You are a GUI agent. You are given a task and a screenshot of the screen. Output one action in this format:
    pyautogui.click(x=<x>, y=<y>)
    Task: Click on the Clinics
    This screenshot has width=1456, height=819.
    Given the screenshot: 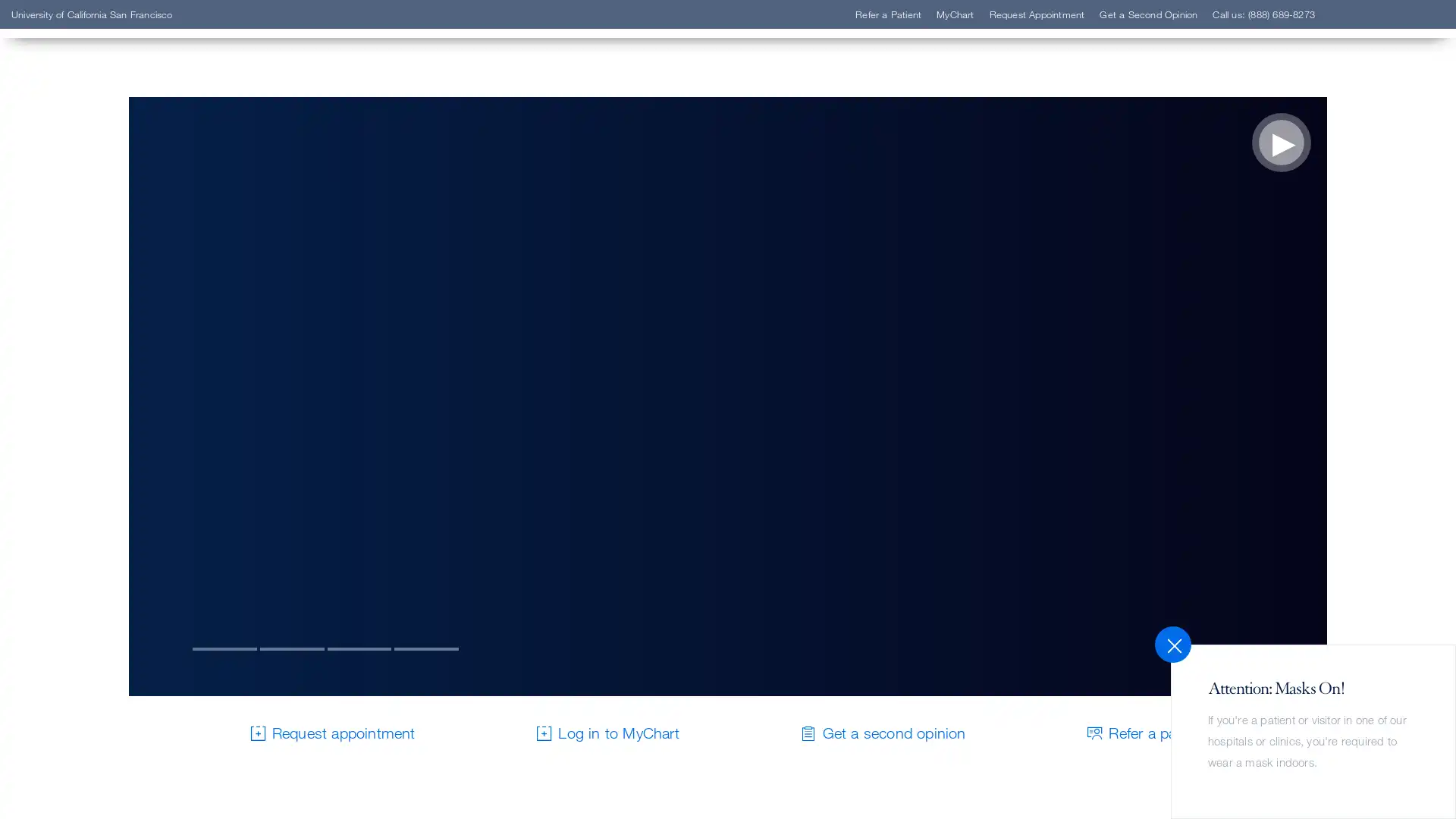 What is the action you would take?
    pyautogui.click(x=82, y=268)
    